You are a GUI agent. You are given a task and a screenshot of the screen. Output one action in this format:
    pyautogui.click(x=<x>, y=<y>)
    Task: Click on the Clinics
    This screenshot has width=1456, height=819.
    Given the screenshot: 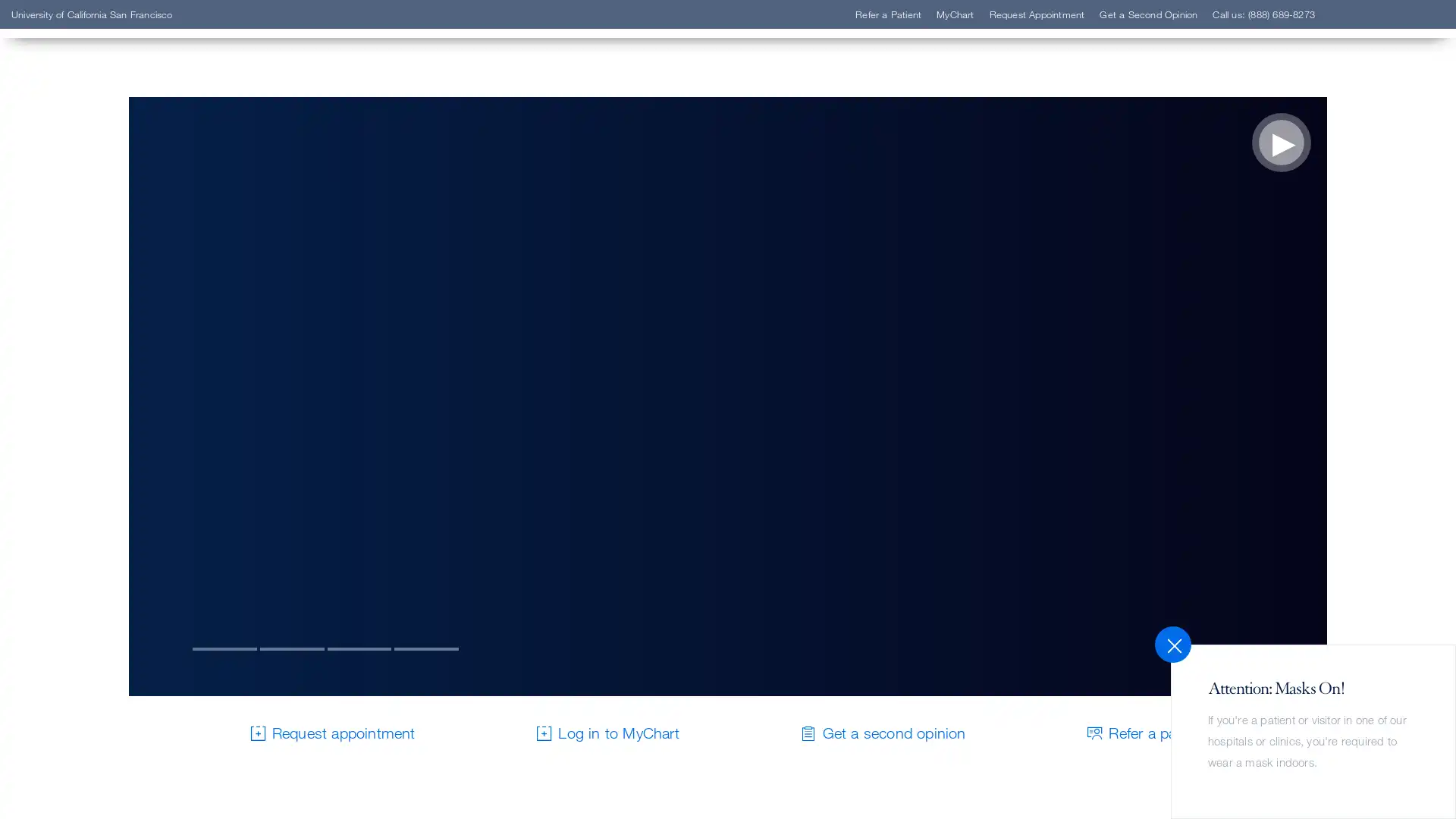 What is the action you would take?
    pyautogui.click(x=82, y=268)
    